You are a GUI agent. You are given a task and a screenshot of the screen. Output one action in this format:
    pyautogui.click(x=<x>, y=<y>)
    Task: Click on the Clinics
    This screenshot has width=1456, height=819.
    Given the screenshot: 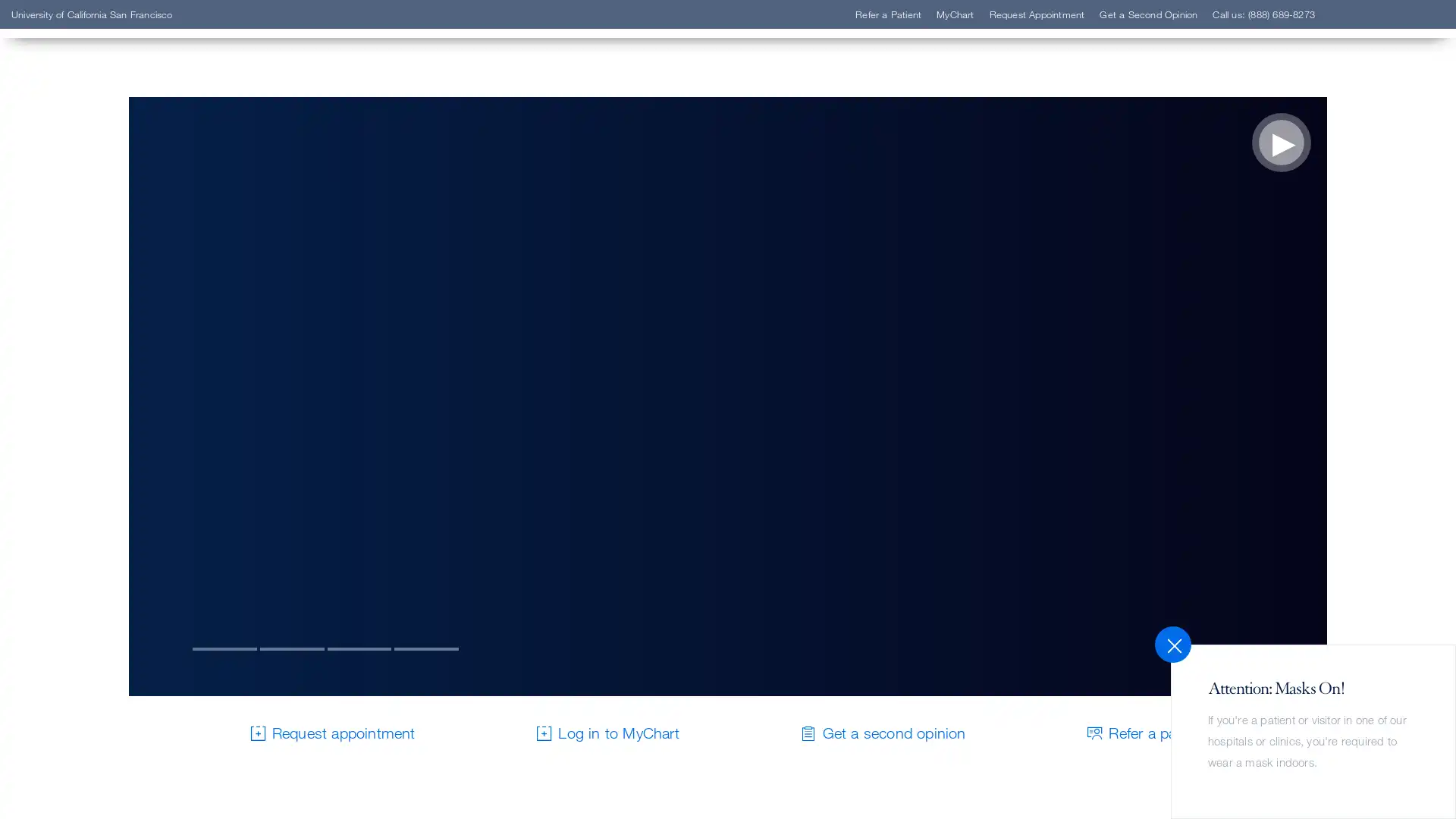 What is the action you would take?
    pyautogui.click(x=82, y=268)
    